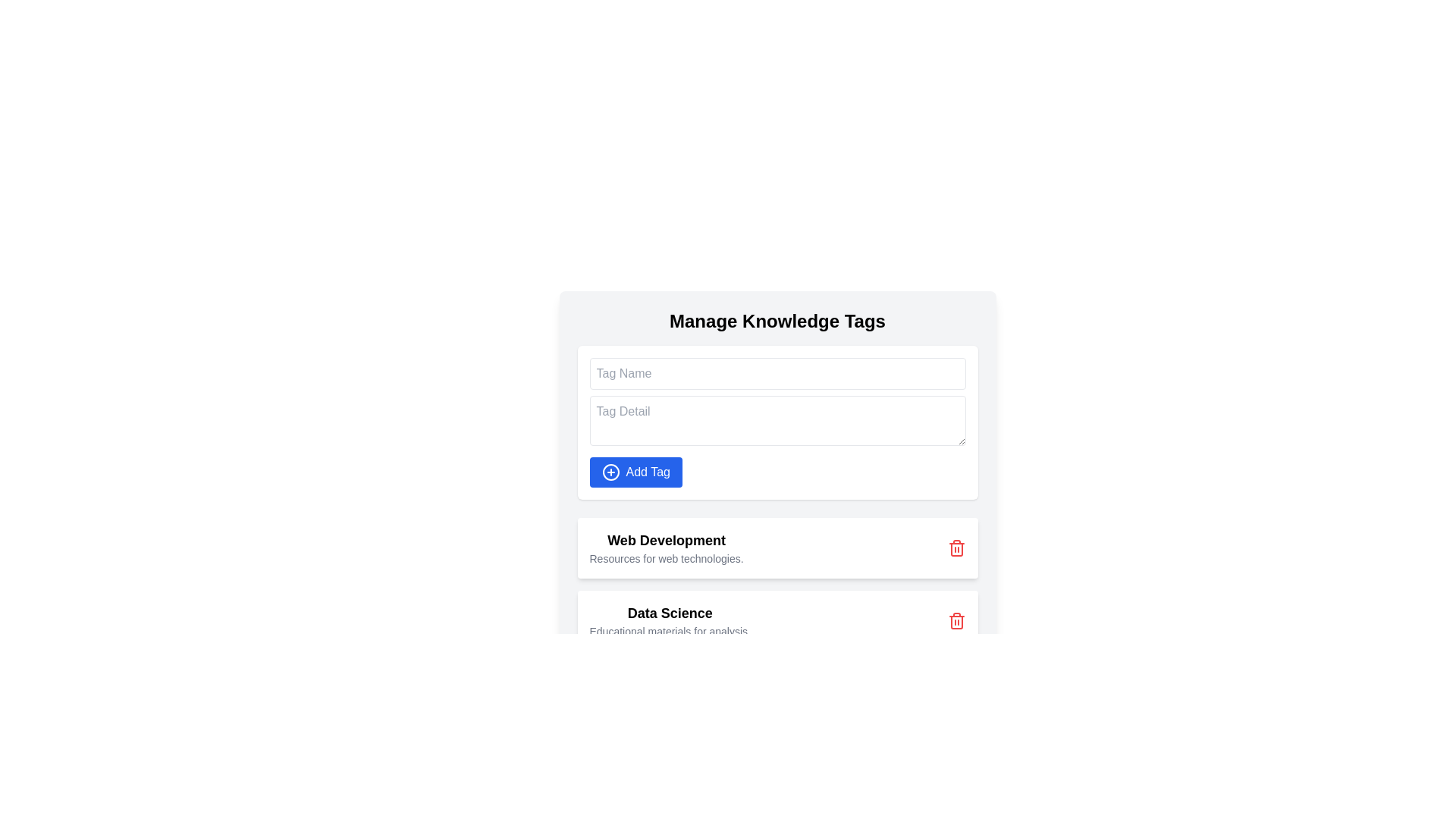 This screenshot has width=1456, height=819. Describe the element at coordinates (955, 550) in the screenshot. I see `the graphical component of the SVG trash icon, which is located on the right side of the list items under 'Manage Knowledge Tags.'` at that location.